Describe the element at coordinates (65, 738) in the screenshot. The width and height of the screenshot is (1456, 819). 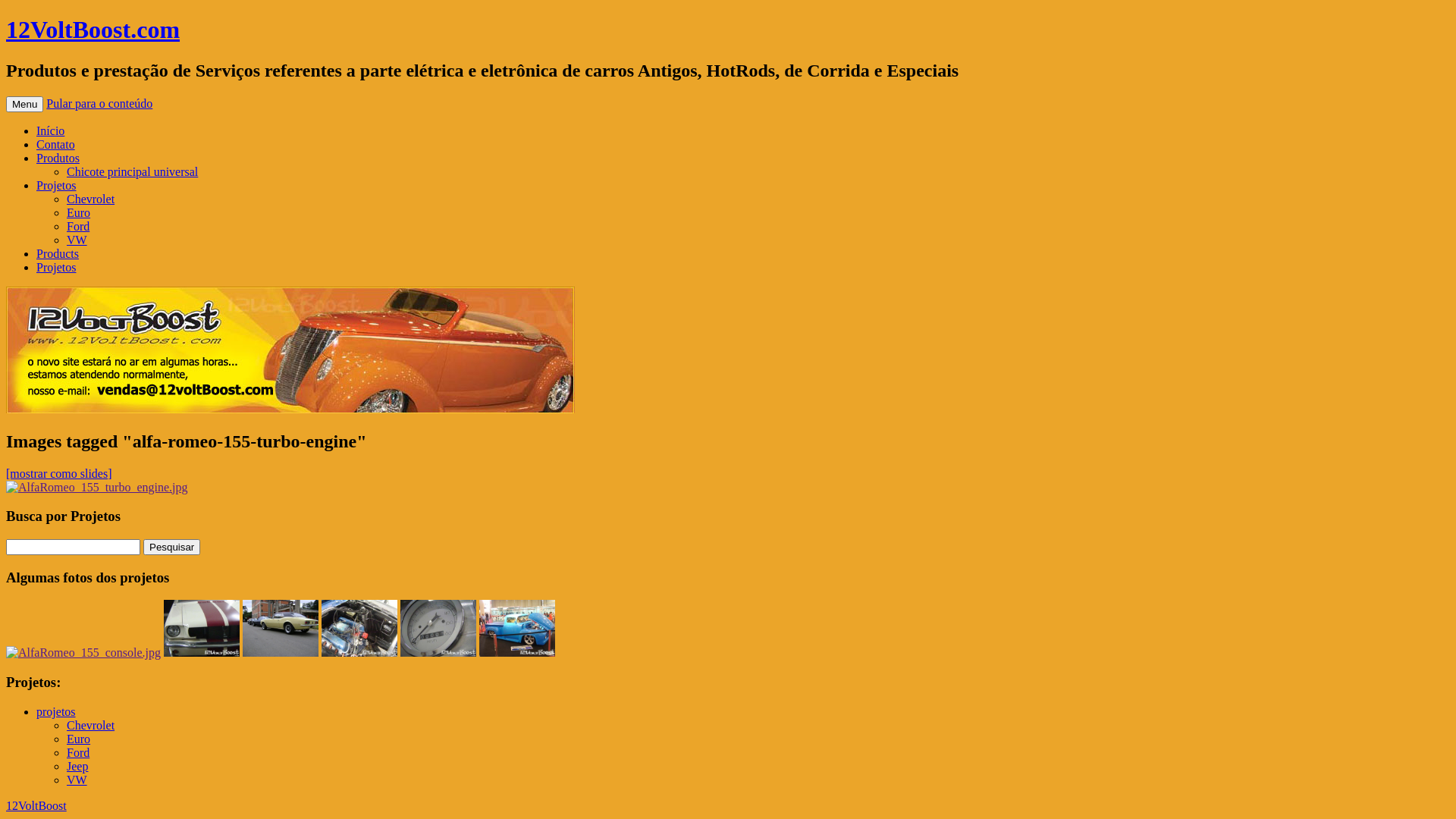
I see `'Euro'` at that location.